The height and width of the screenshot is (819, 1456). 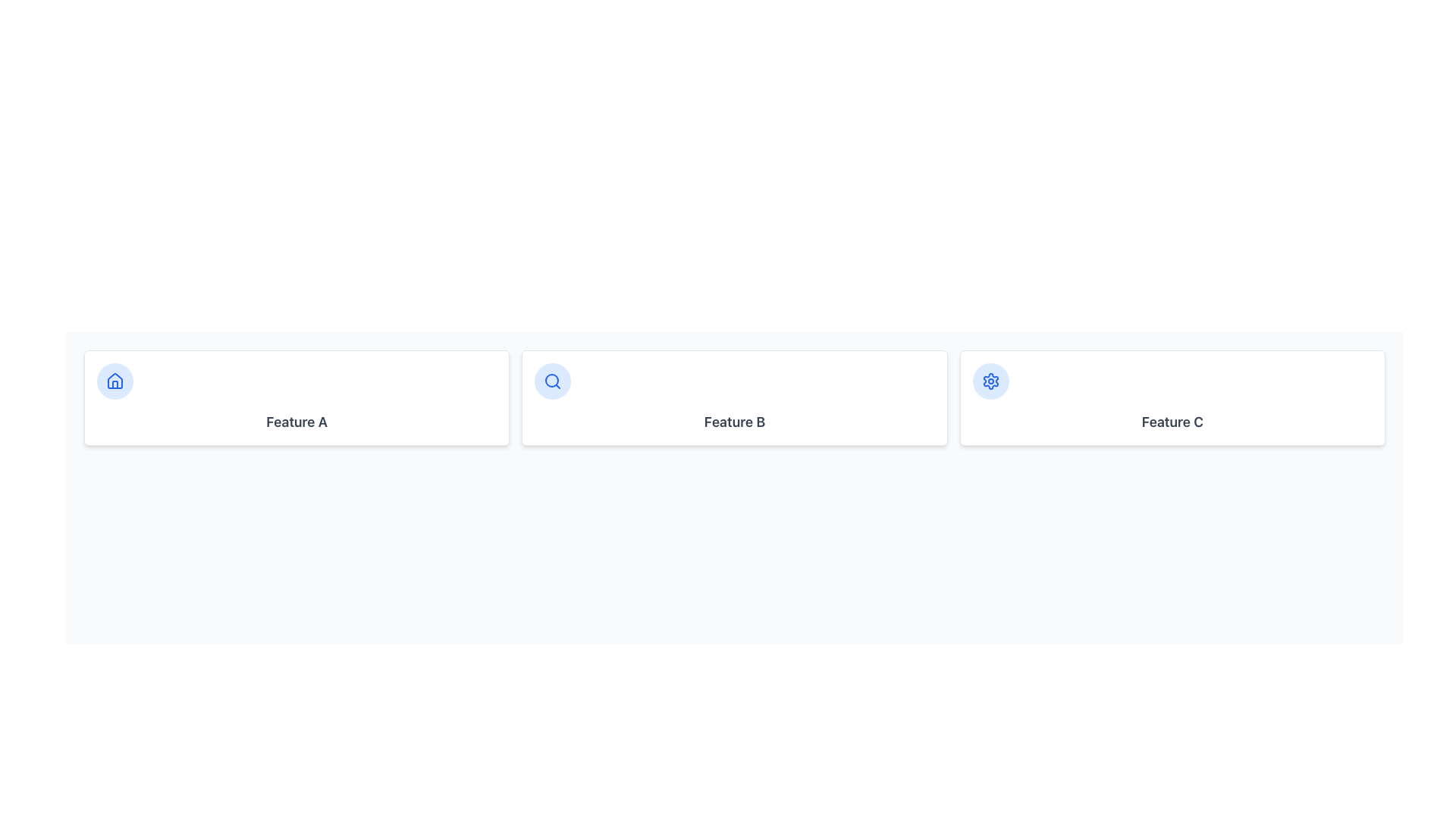 I want to click on the selectable card representing 'Feature A', which is the first card in a grid layout, so click(x=297, y=397).